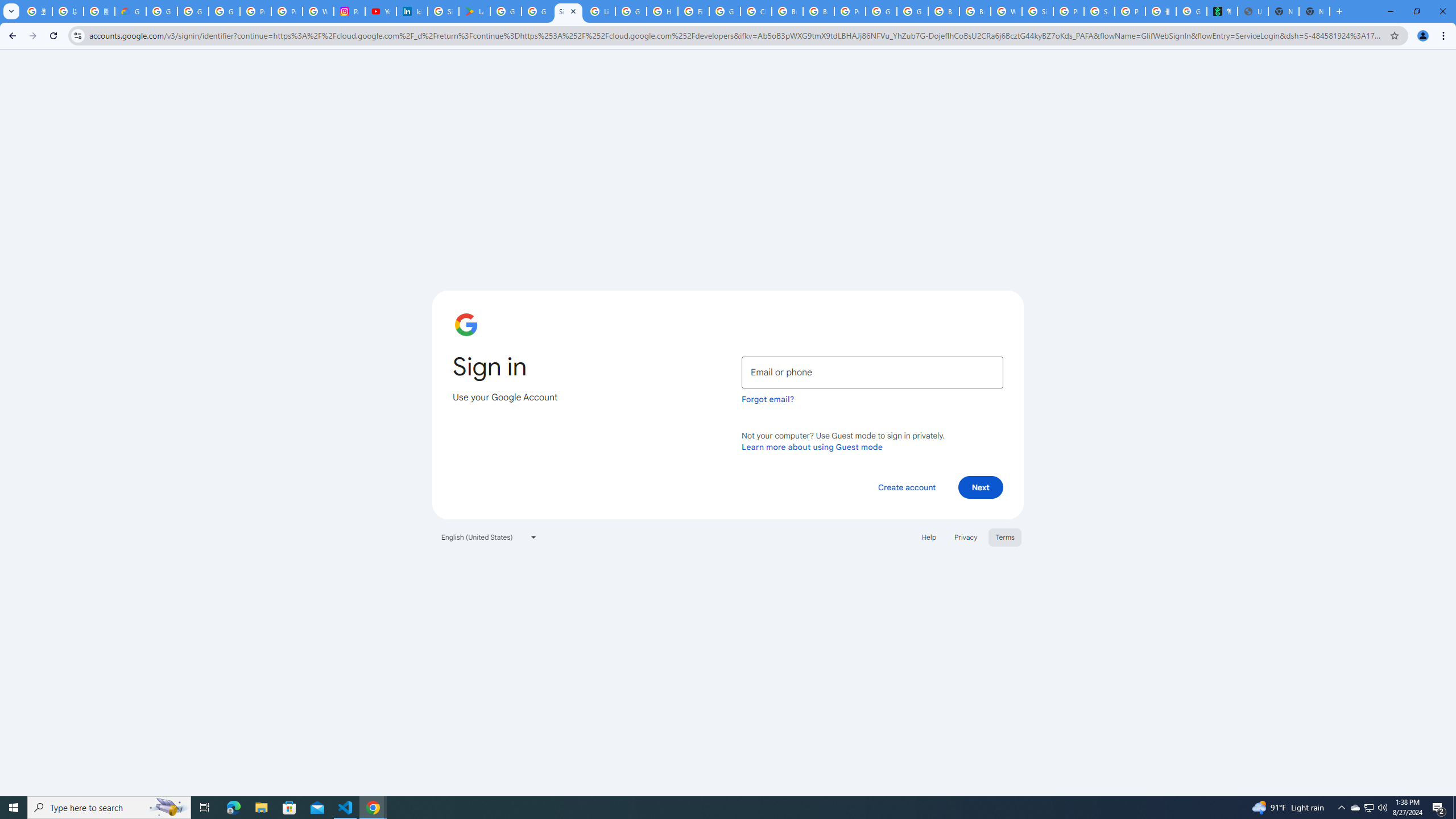 The height and width of the screenshot is (819, 1456). Describe the element at coordinates (787, 11) in the screenshot. I see `'Browse Chrome as a guest - Computer - Google Chrome Help'` at that location.